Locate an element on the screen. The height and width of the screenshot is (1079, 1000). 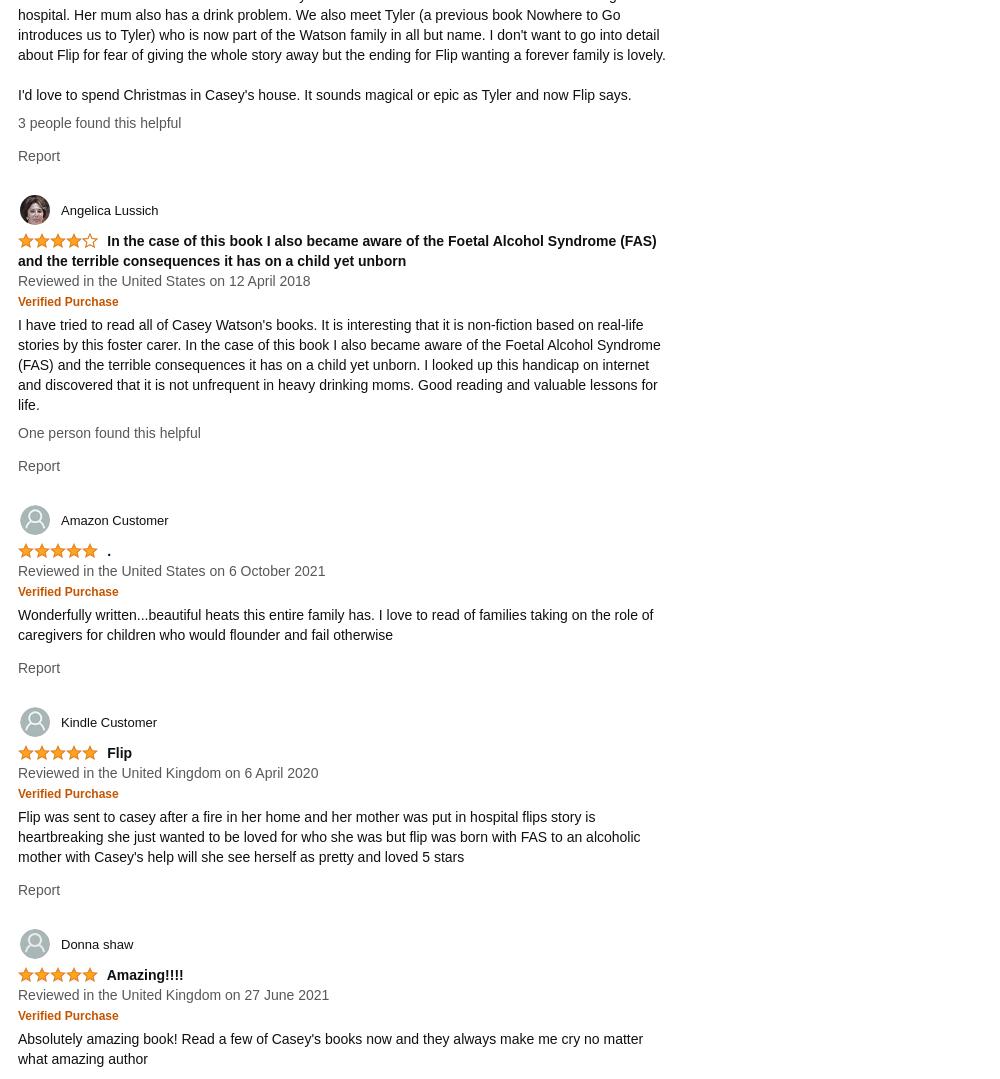
'Reviewed in the United States on 6 October 2021' is located at coordinates (171, 570).